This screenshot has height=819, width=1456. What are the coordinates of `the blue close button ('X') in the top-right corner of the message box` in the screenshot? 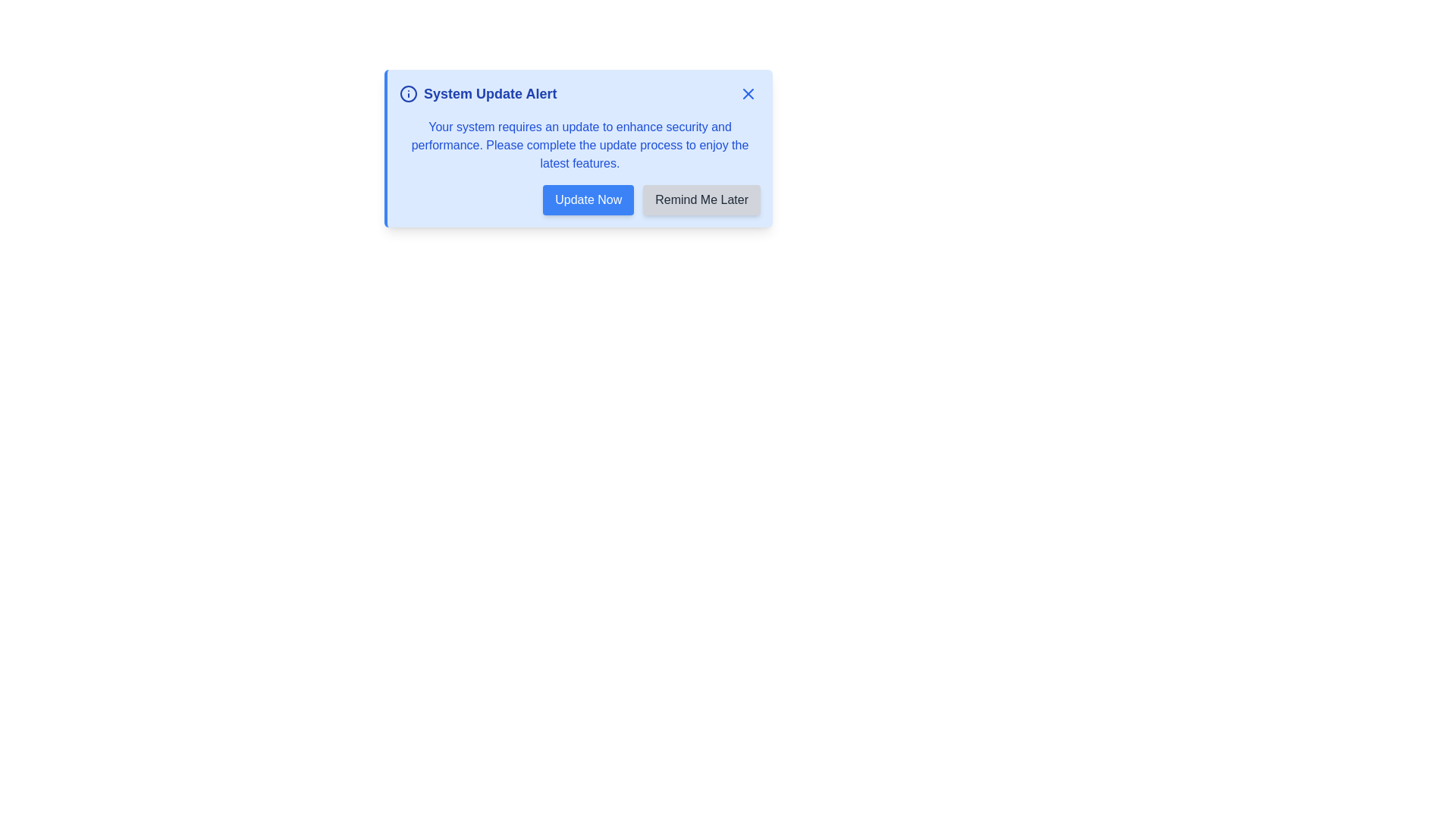 It's located at (748, 93).